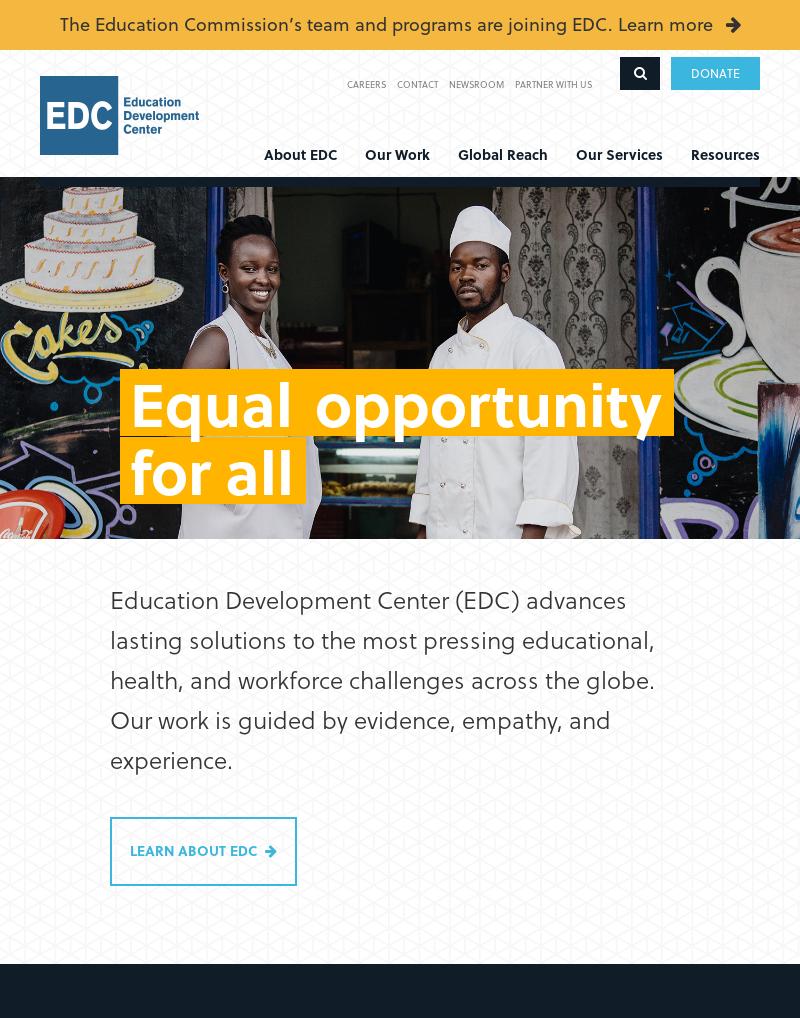  I want to click on 'Early Childhood Development and Learning', so click(72, 291).